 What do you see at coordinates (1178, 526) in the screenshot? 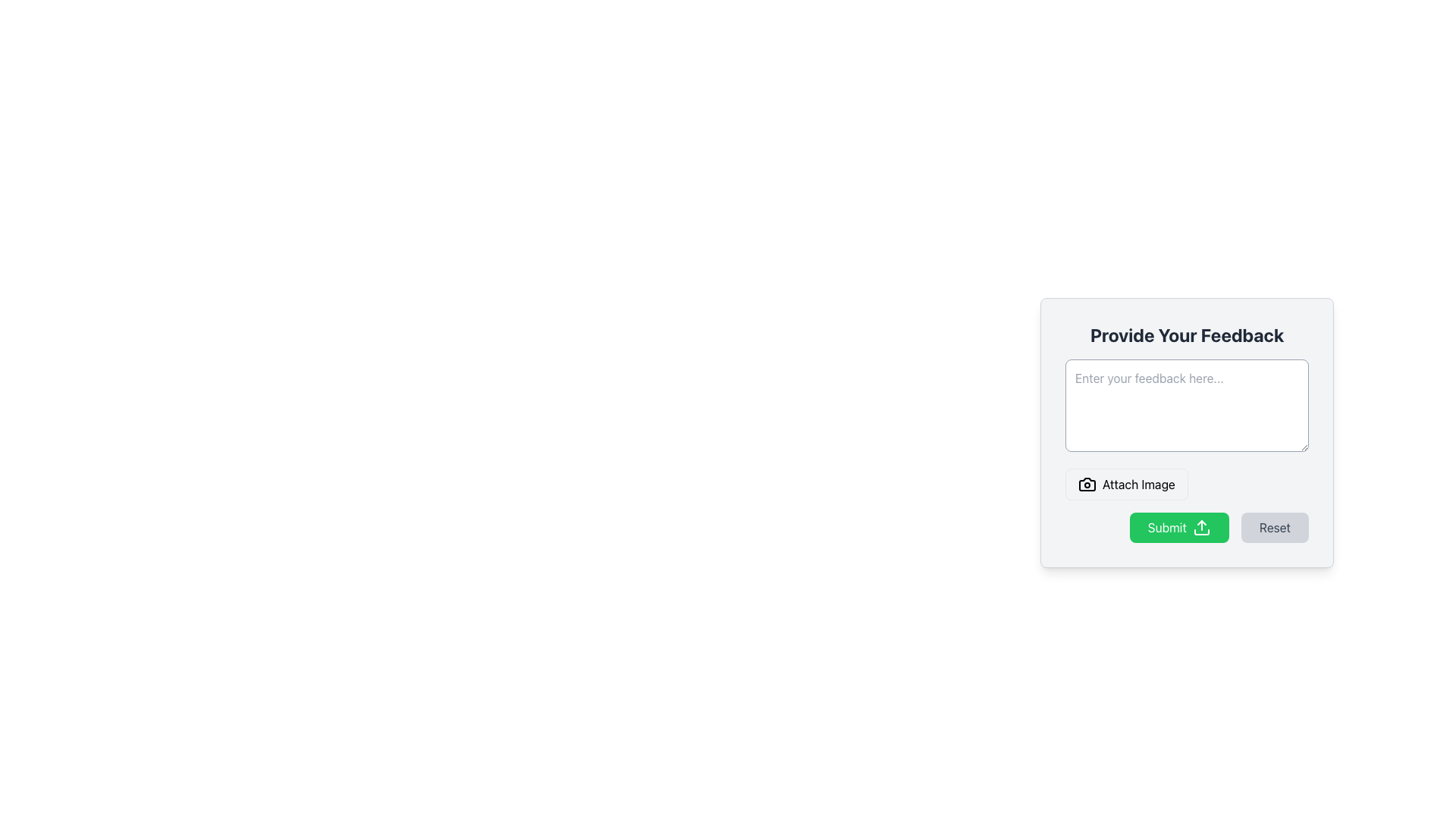
I see `the green 'Submit' button with rounded corners, which contains white text and an upload icon on the right side` at bounding box center [1178, 526].